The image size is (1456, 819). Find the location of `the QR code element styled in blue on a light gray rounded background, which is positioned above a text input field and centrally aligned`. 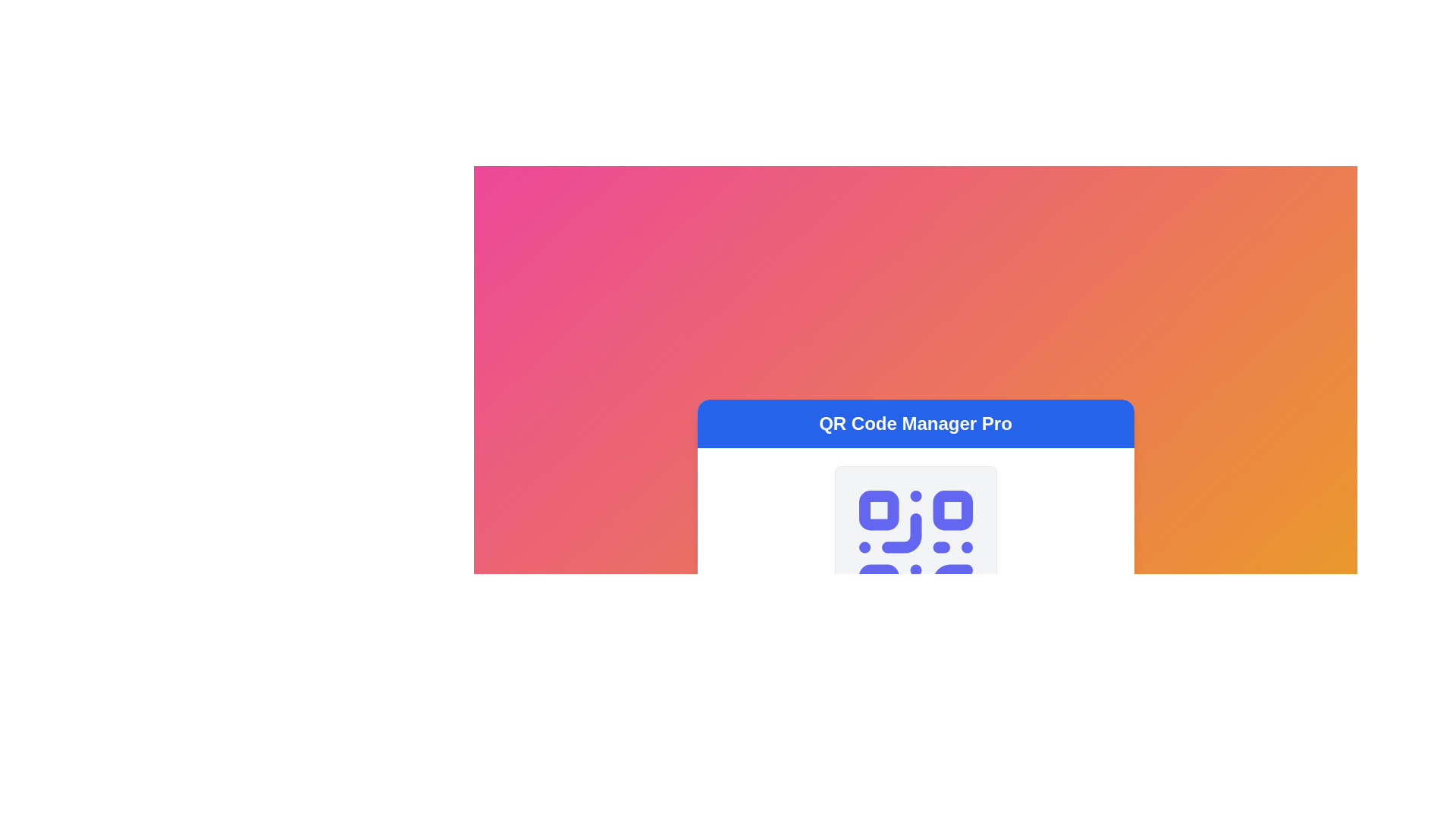

the QR code element styled in blue on a light gray rounded background, which is positioned above a text input field and centrally aligned is located at coordinates (915, 547).